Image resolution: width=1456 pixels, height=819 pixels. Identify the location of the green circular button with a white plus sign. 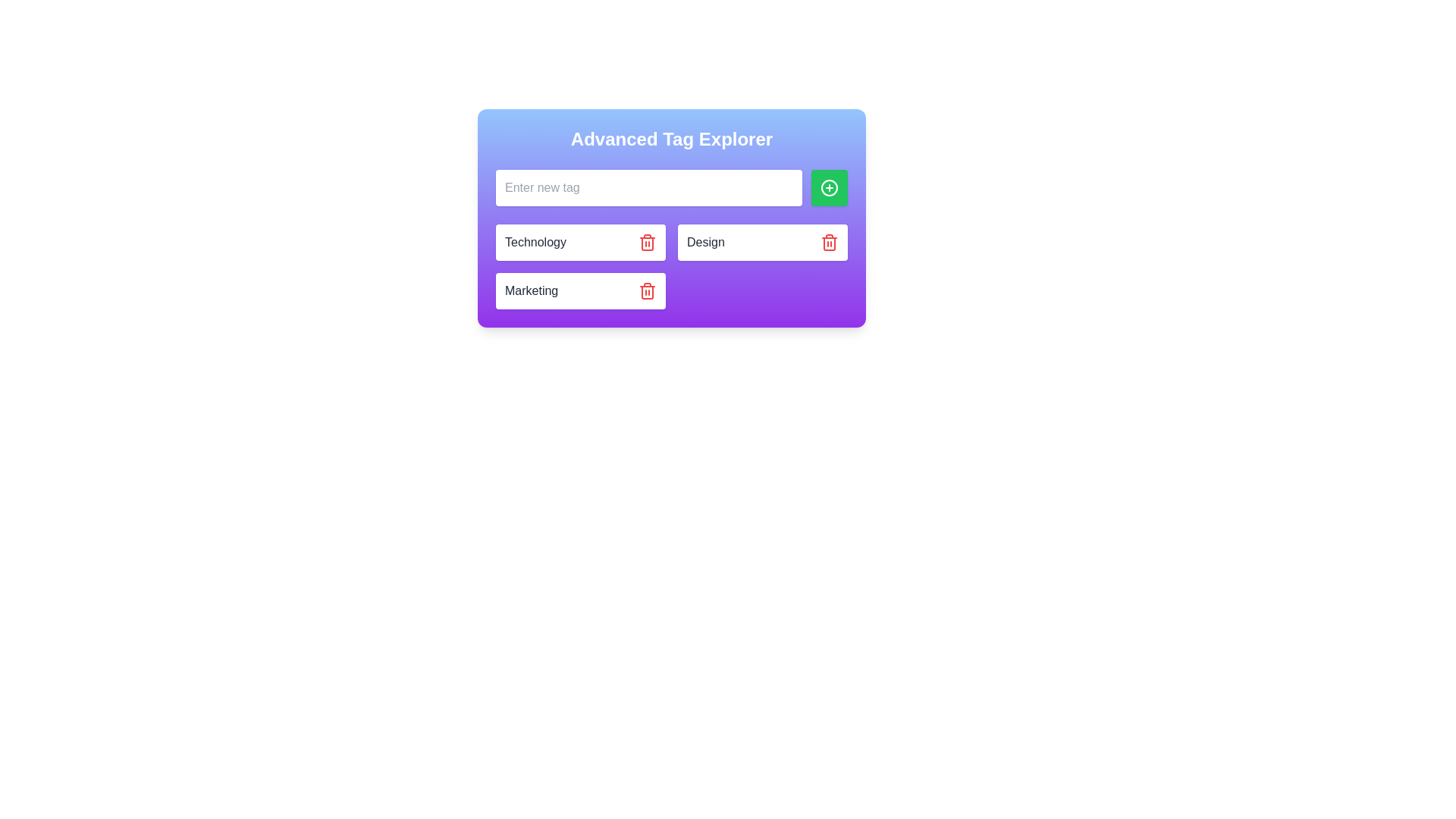
(829, 187).